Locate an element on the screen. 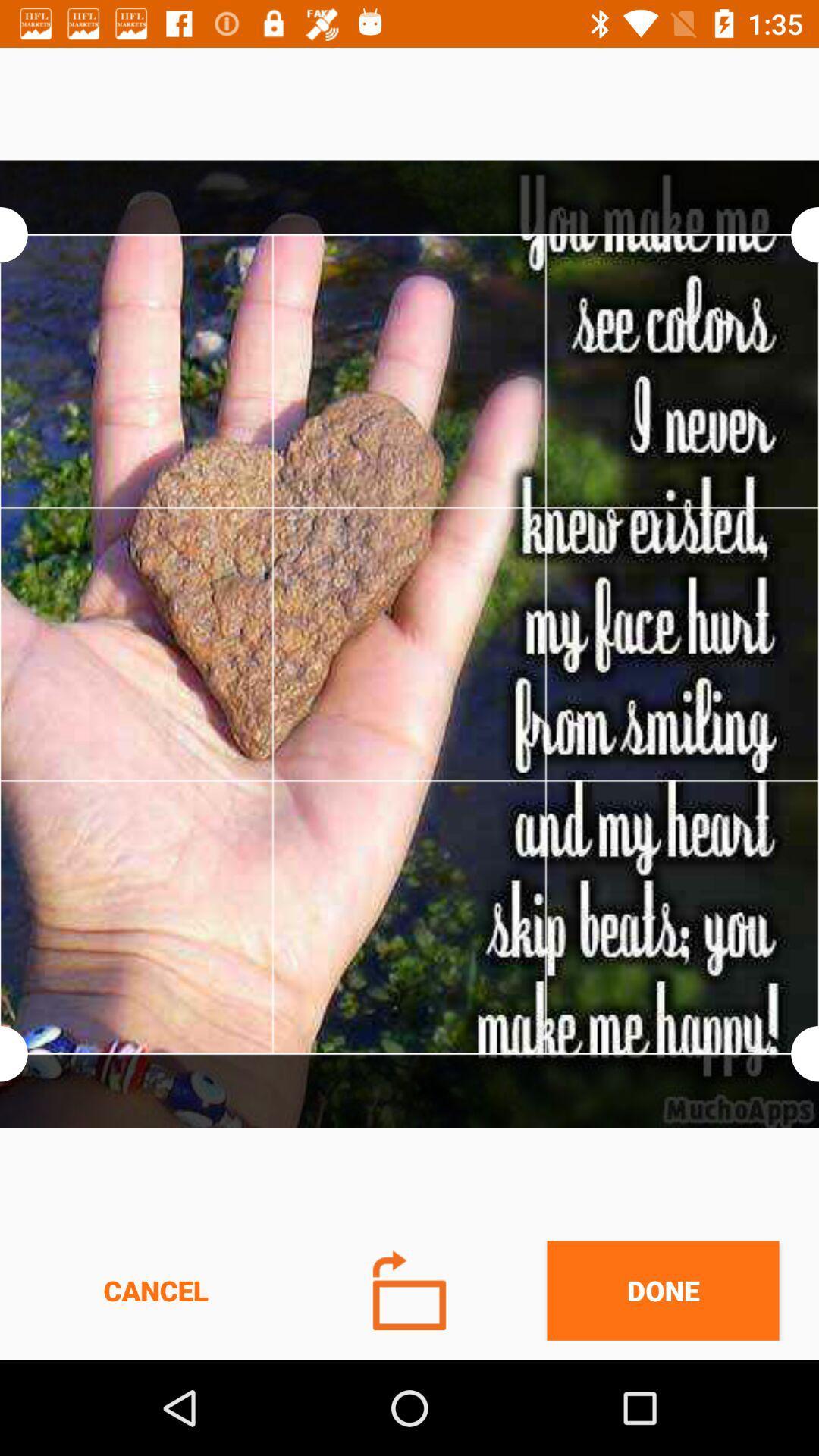  icon at the bottom right corner is located at coordinates (662, 1290).